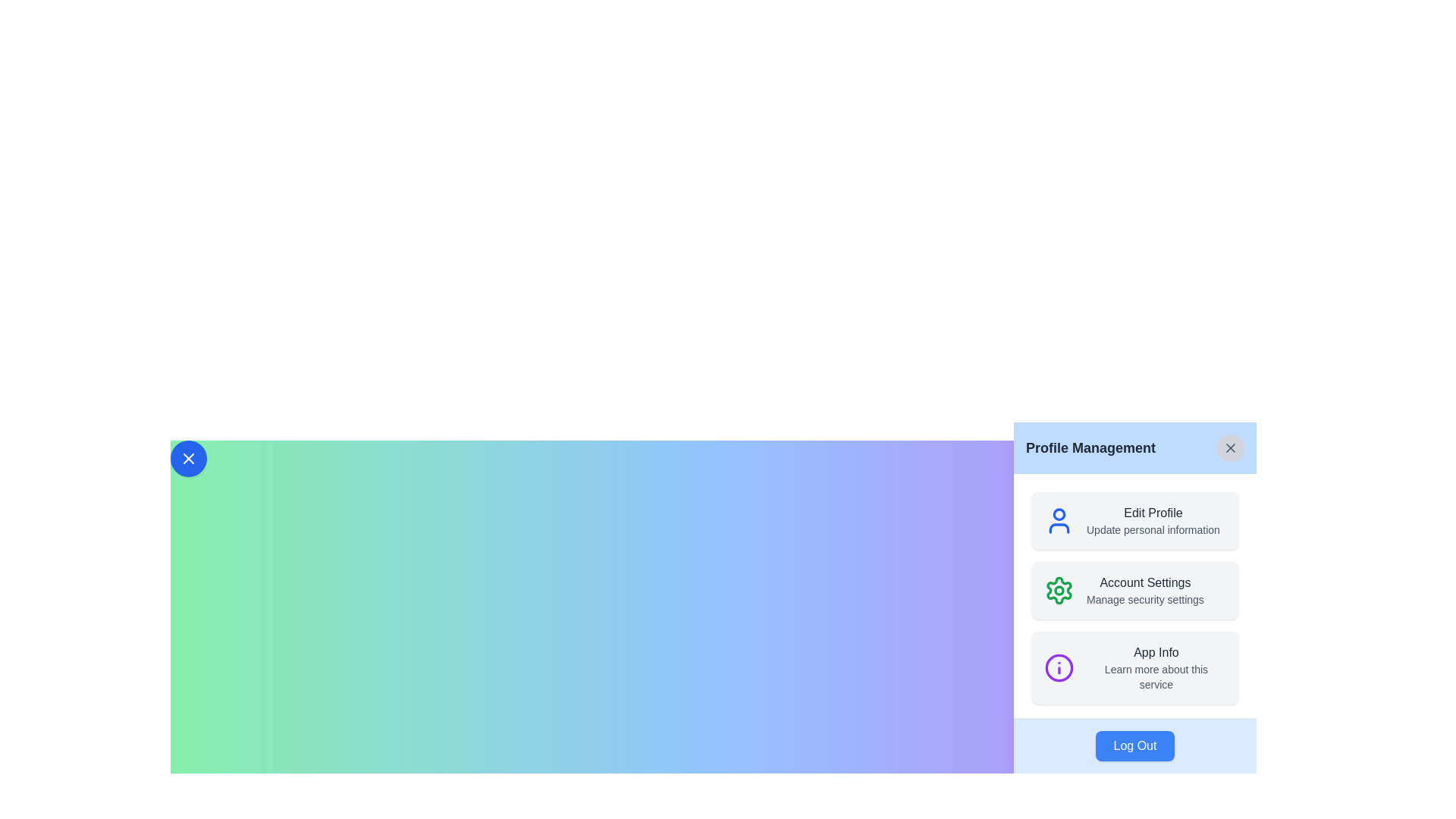 The height and width of the screenshot is (819, 1456). What do you see at coordinates (1058, 513) in the screenshot?
I see `the SVG circle component representing the head of the user icon, which is part of the user profile interface` at bounding box center [1058, 513].